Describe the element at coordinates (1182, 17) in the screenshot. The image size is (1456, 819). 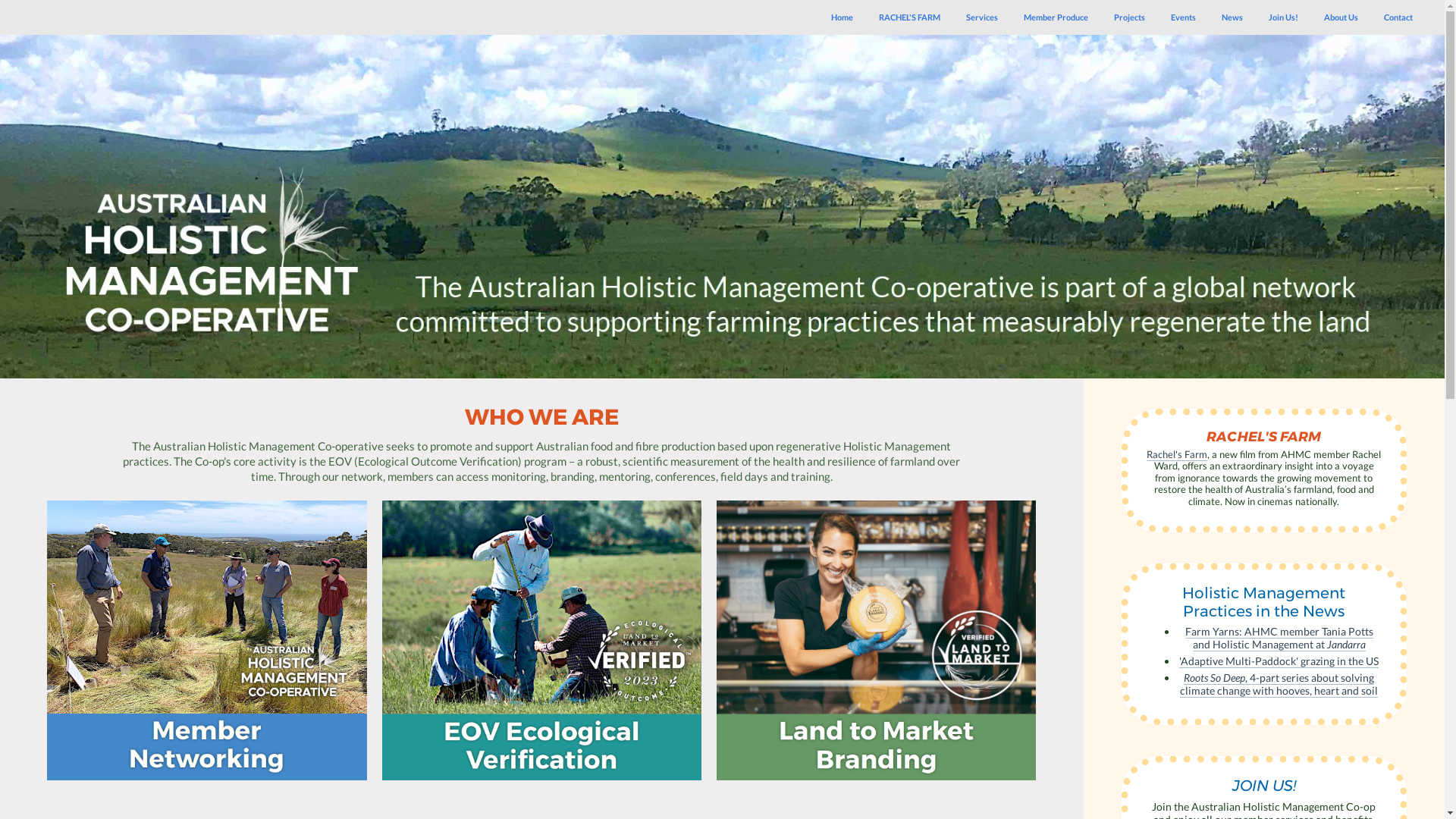
I see `'Events'` at that location.